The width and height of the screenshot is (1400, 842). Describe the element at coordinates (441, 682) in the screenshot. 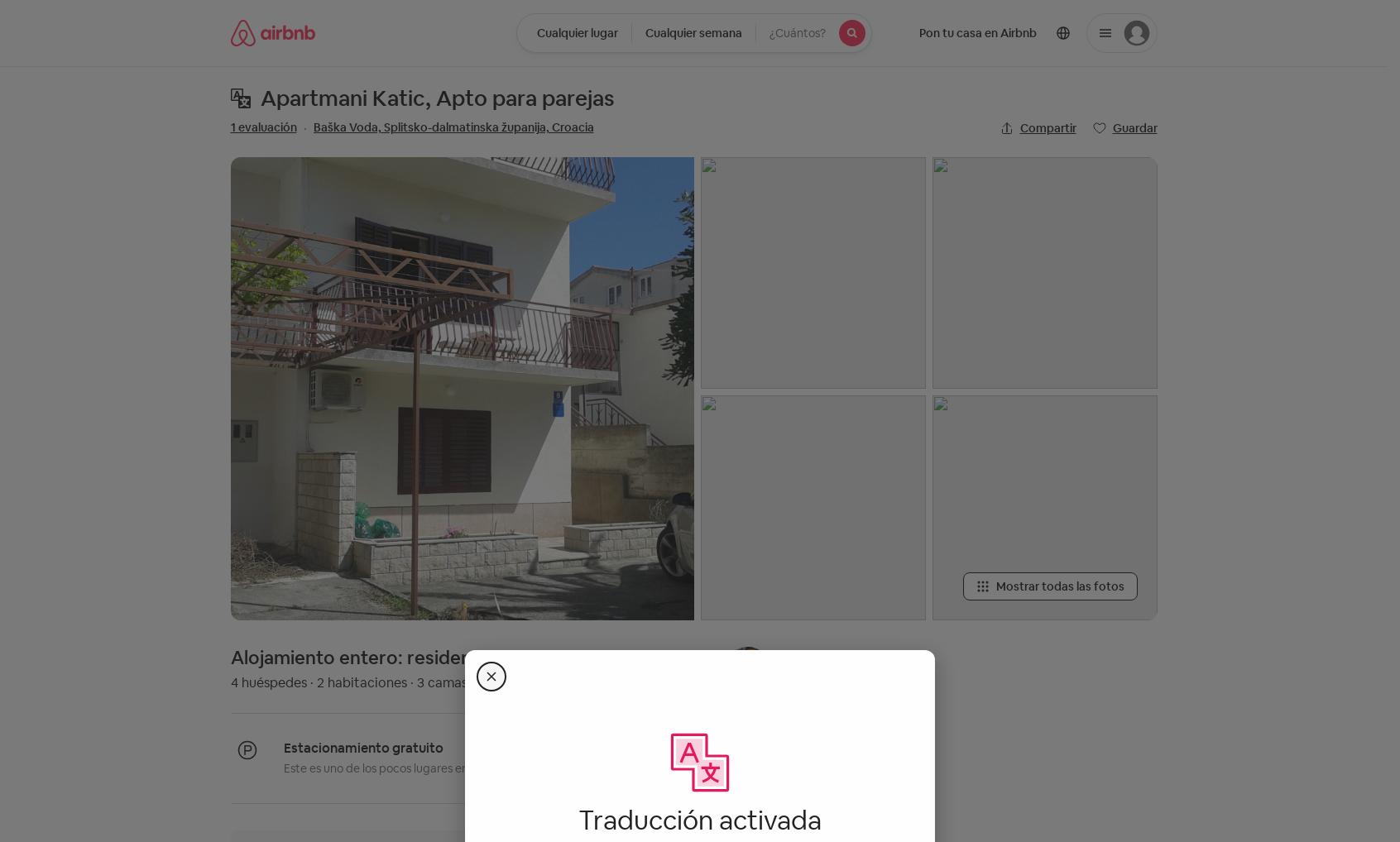

I see `'3 camas'` at that location.